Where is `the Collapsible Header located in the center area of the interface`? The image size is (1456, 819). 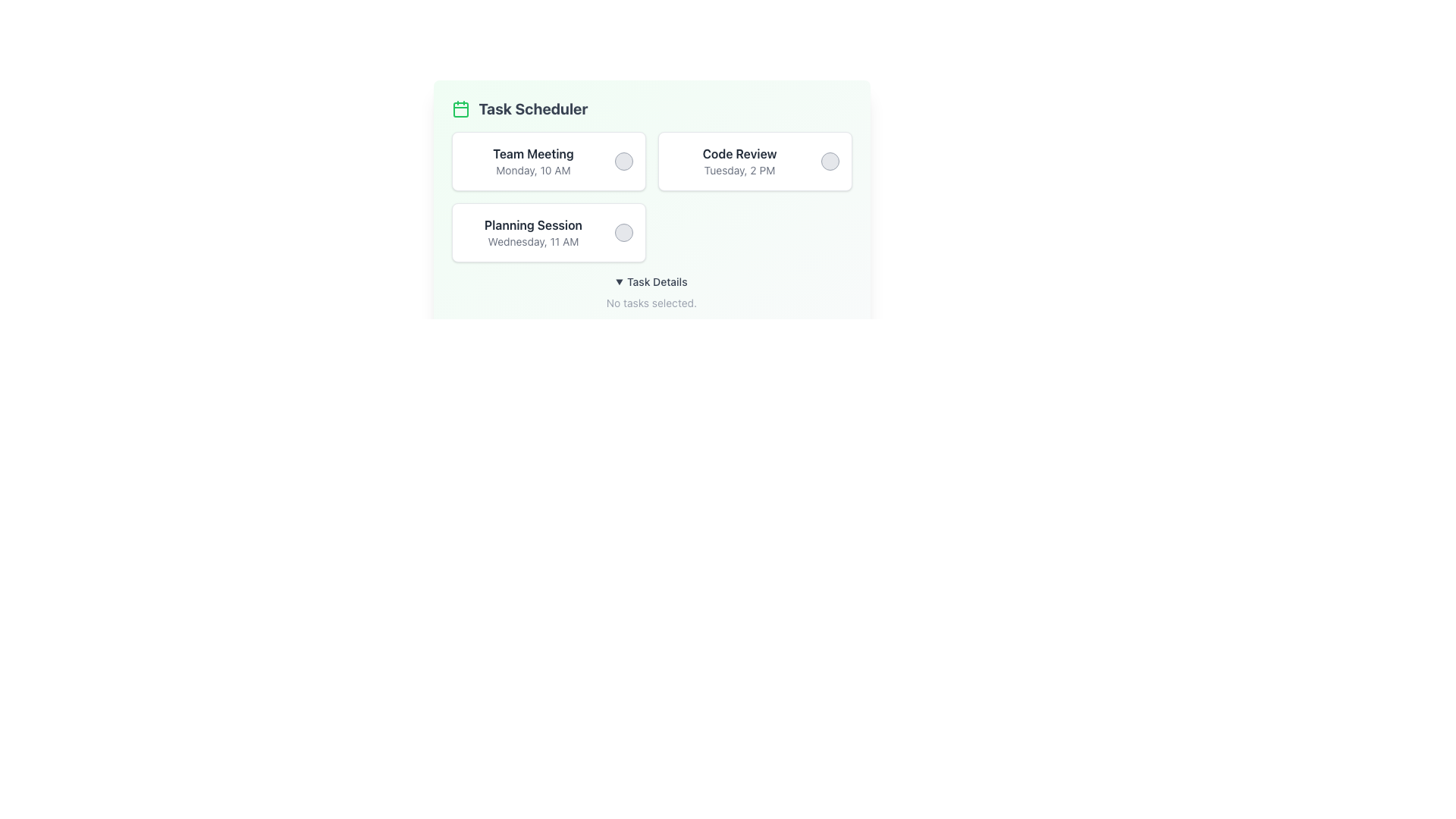
the Collapsible Header located in the center area of the interface is located at coordinates (651, 281).